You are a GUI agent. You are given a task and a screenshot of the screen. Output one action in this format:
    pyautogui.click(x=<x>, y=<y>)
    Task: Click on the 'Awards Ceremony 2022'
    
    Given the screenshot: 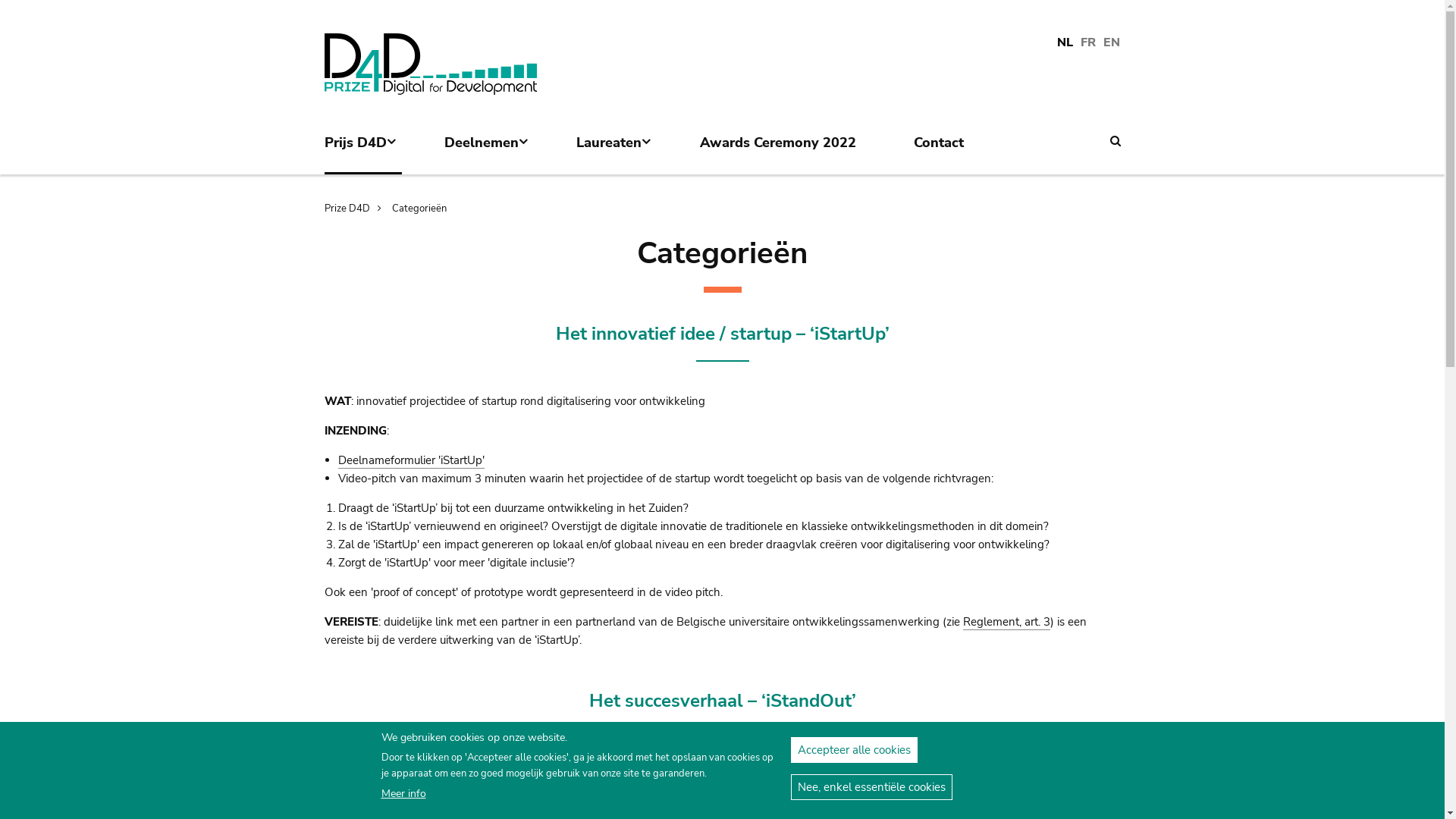 What is the action you would take?
    pyautogui.click(x=786, y=151)
    